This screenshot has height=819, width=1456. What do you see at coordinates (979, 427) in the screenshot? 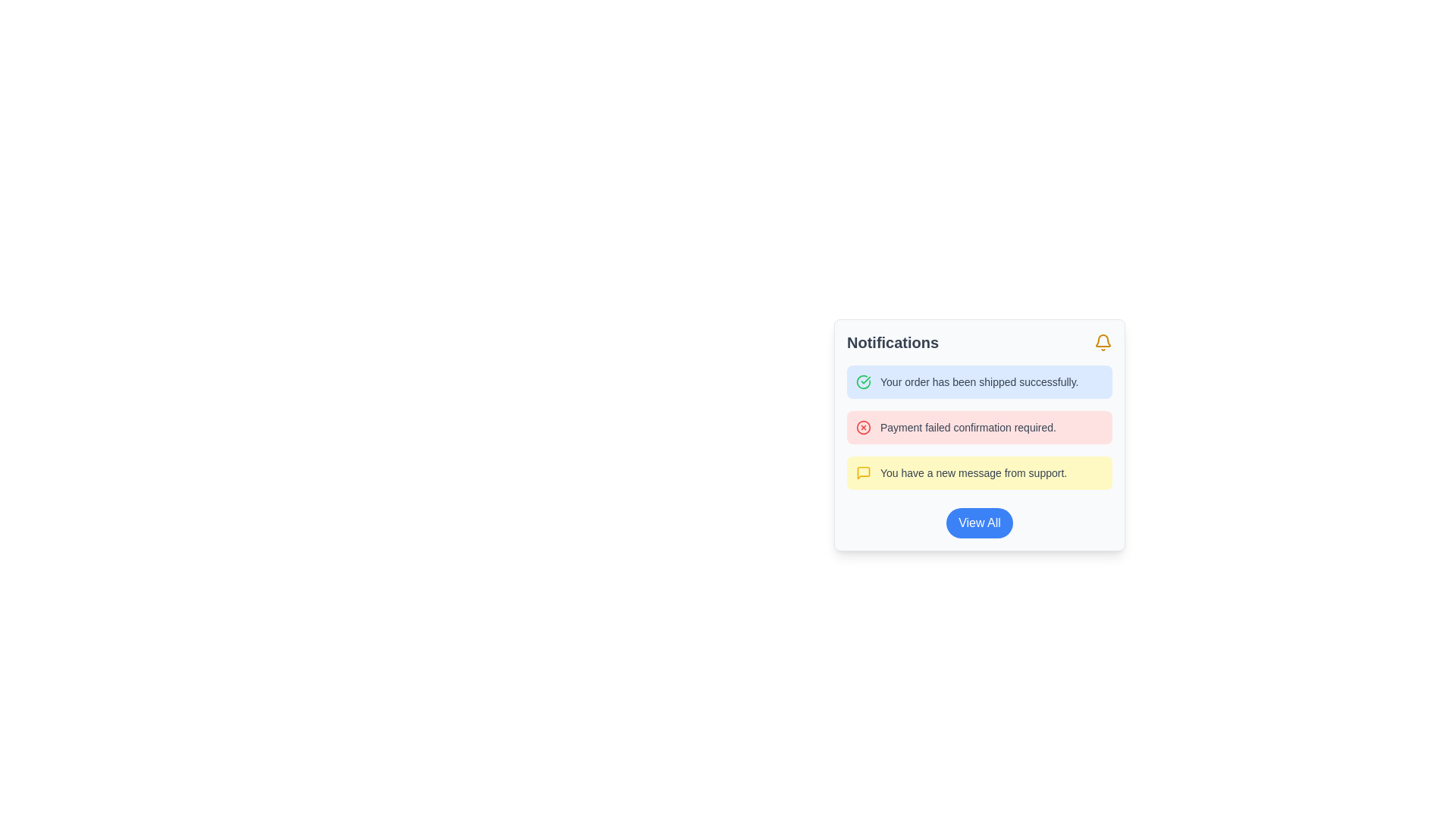
I see `the second notification in the notification card that indicates a failed payment, positioned between the notifications for 'Your order has been shipped successfully.' above and 'You have a new message from support.' below` at bounding box center [979, 427].